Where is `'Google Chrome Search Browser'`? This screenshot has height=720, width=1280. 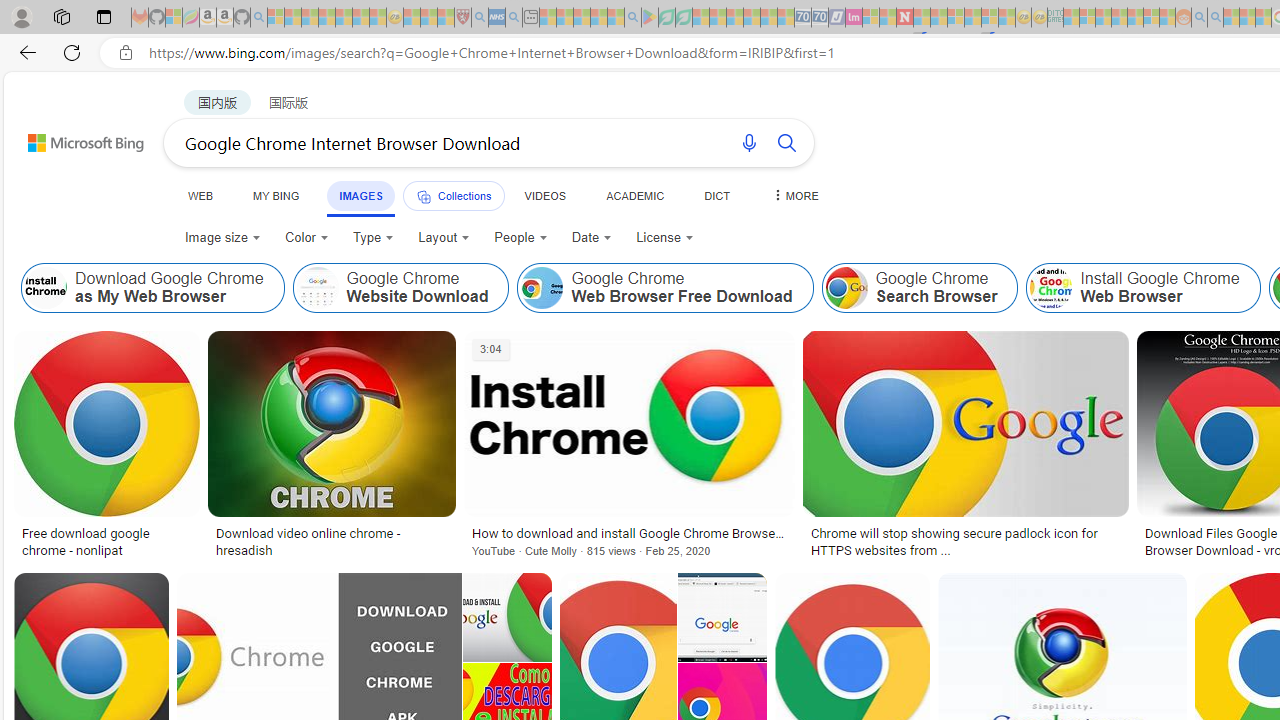 'Google Chrome Search Browser' is located at coordinates (846, 288).